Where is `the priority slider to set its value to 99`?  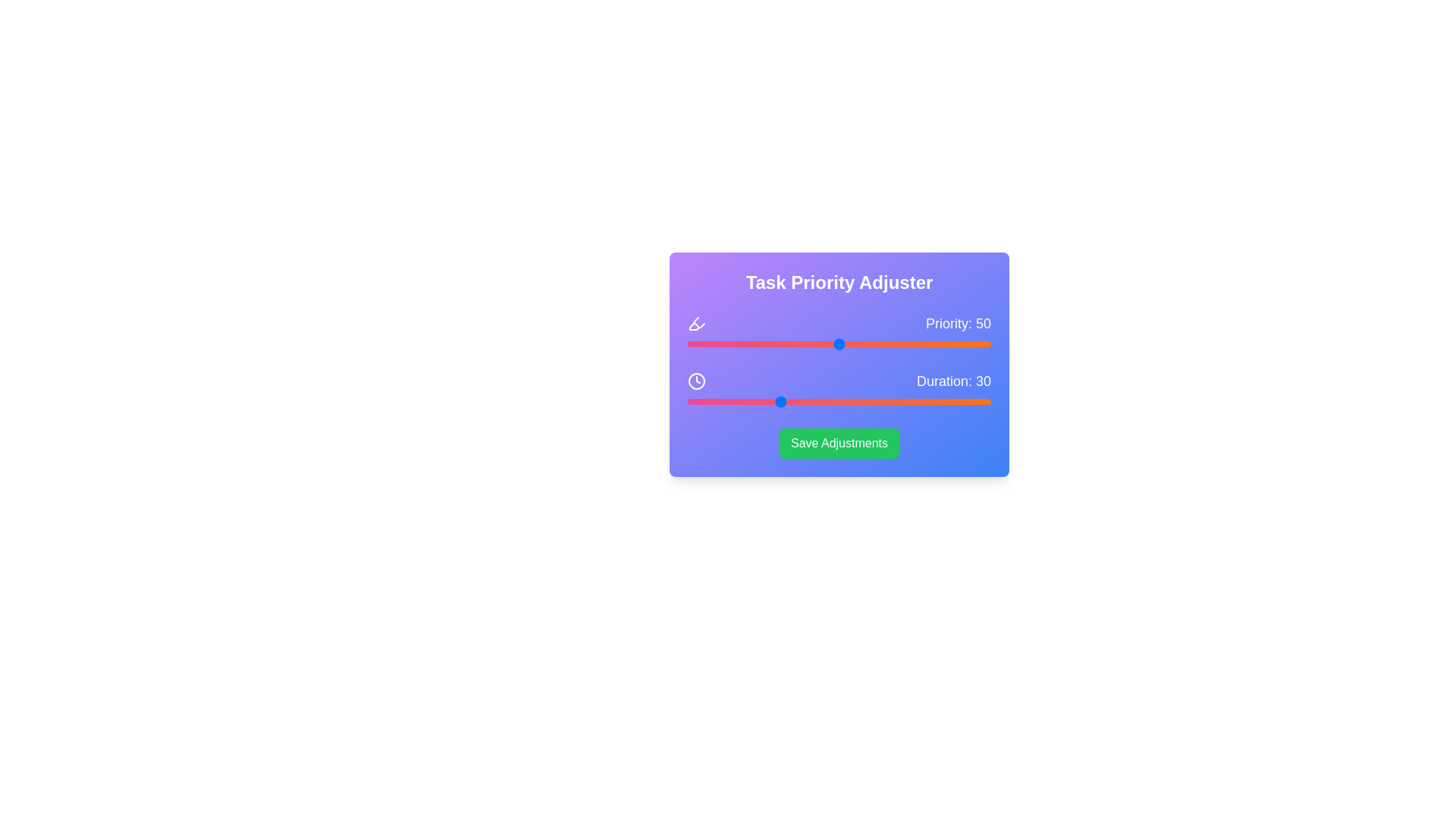
the priority slider to set its value to 99 is located at coordinates (987, 344).